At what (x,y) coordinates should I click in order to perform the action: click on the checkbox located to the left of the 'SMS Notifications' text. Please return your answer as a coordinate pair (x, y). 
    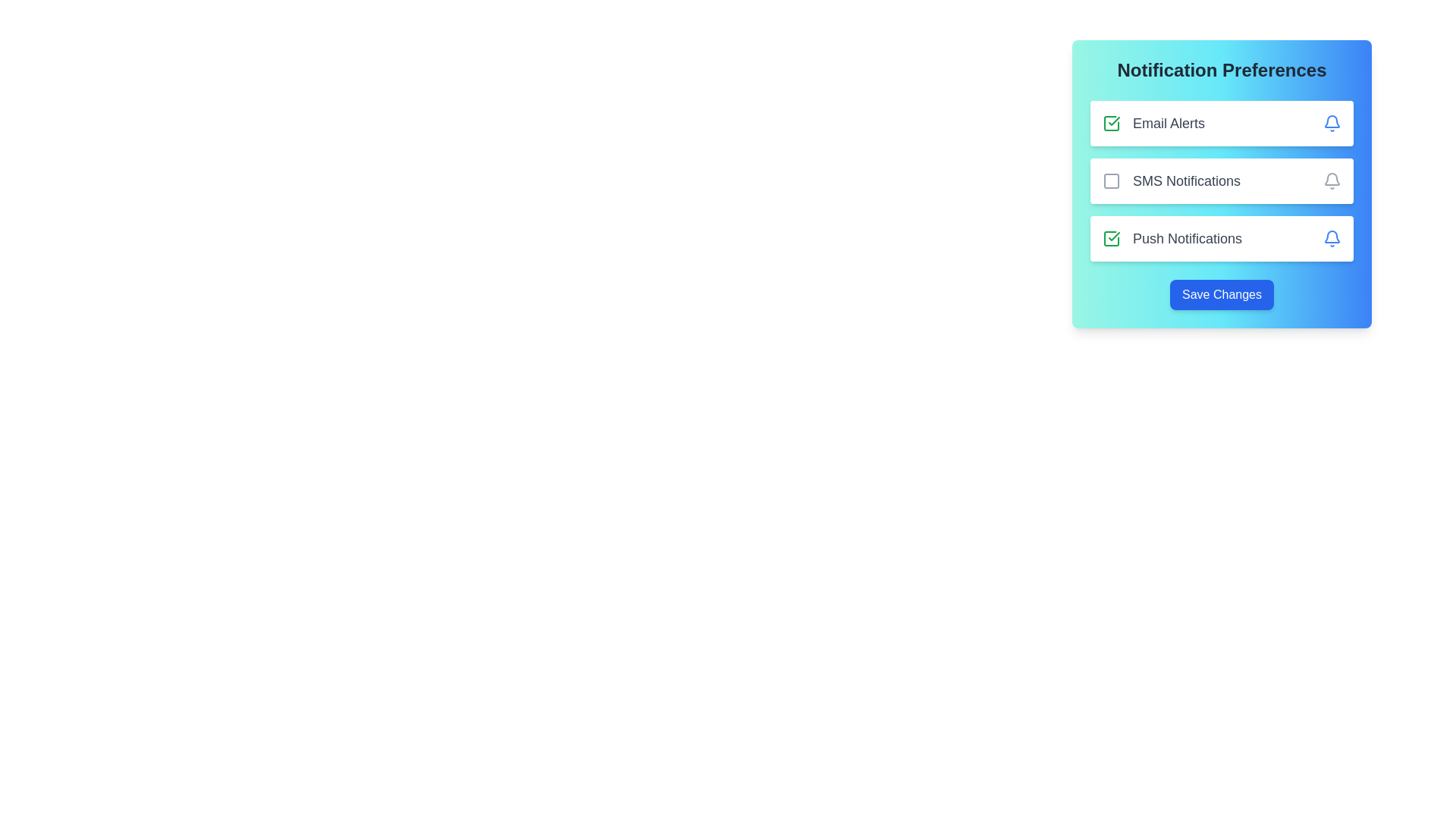
    Looking at the image, I should click on (1111, 180).